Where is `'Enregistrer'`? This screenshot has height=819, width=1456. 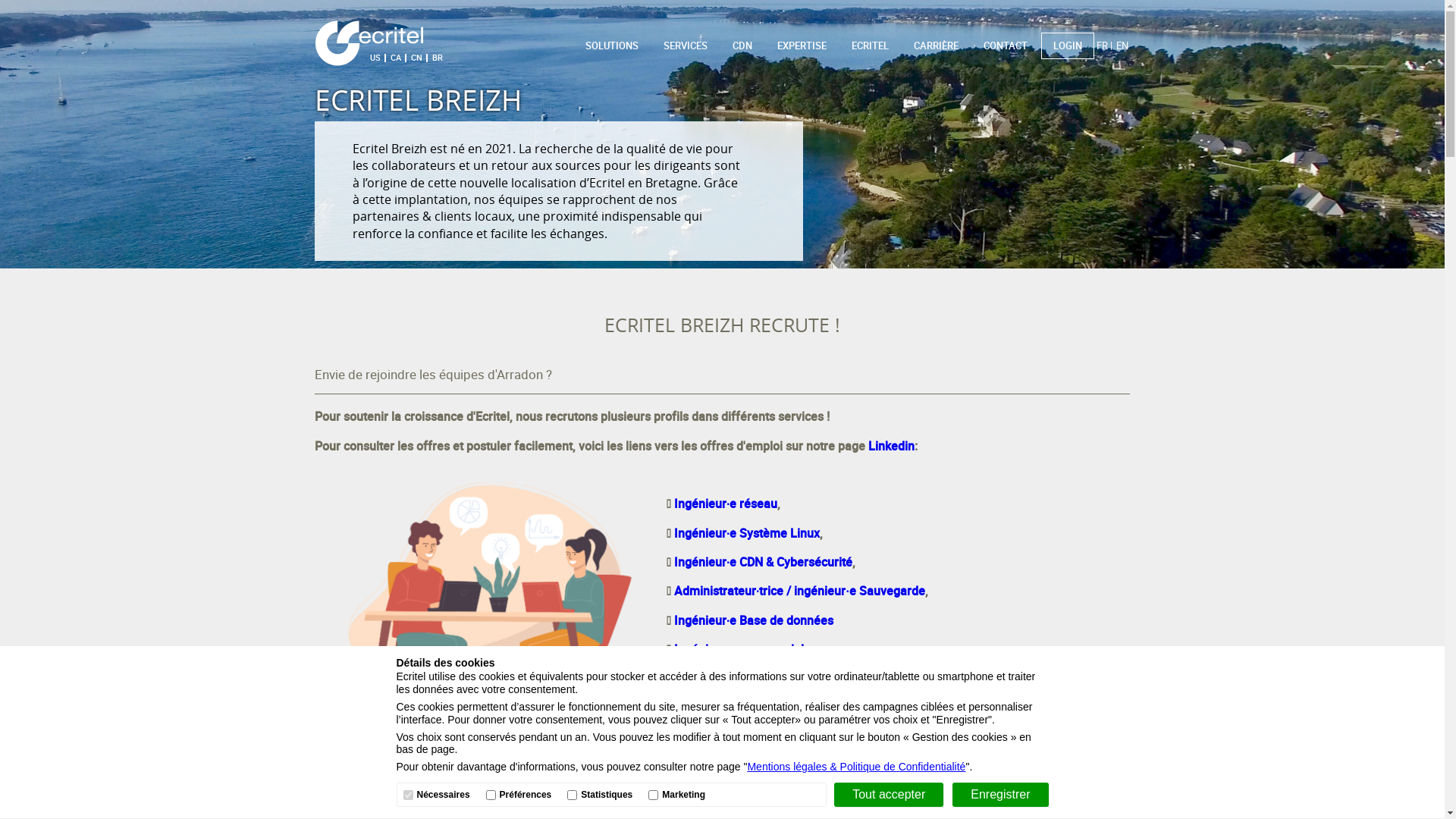 'Enregistrer' is located at coordinates (952, 794).